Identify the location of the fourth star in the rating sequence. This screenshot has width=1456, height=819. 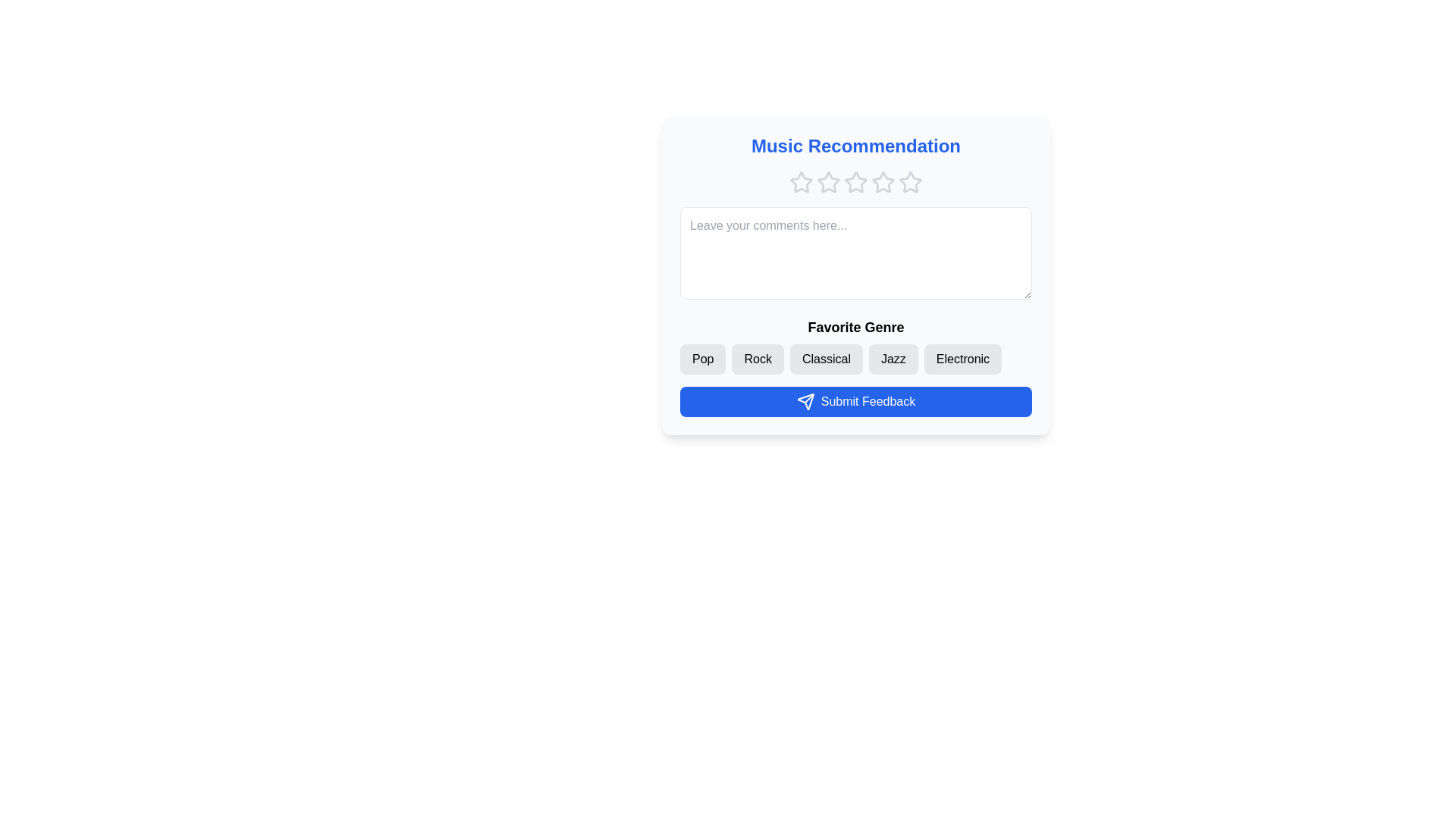
(883, 181).